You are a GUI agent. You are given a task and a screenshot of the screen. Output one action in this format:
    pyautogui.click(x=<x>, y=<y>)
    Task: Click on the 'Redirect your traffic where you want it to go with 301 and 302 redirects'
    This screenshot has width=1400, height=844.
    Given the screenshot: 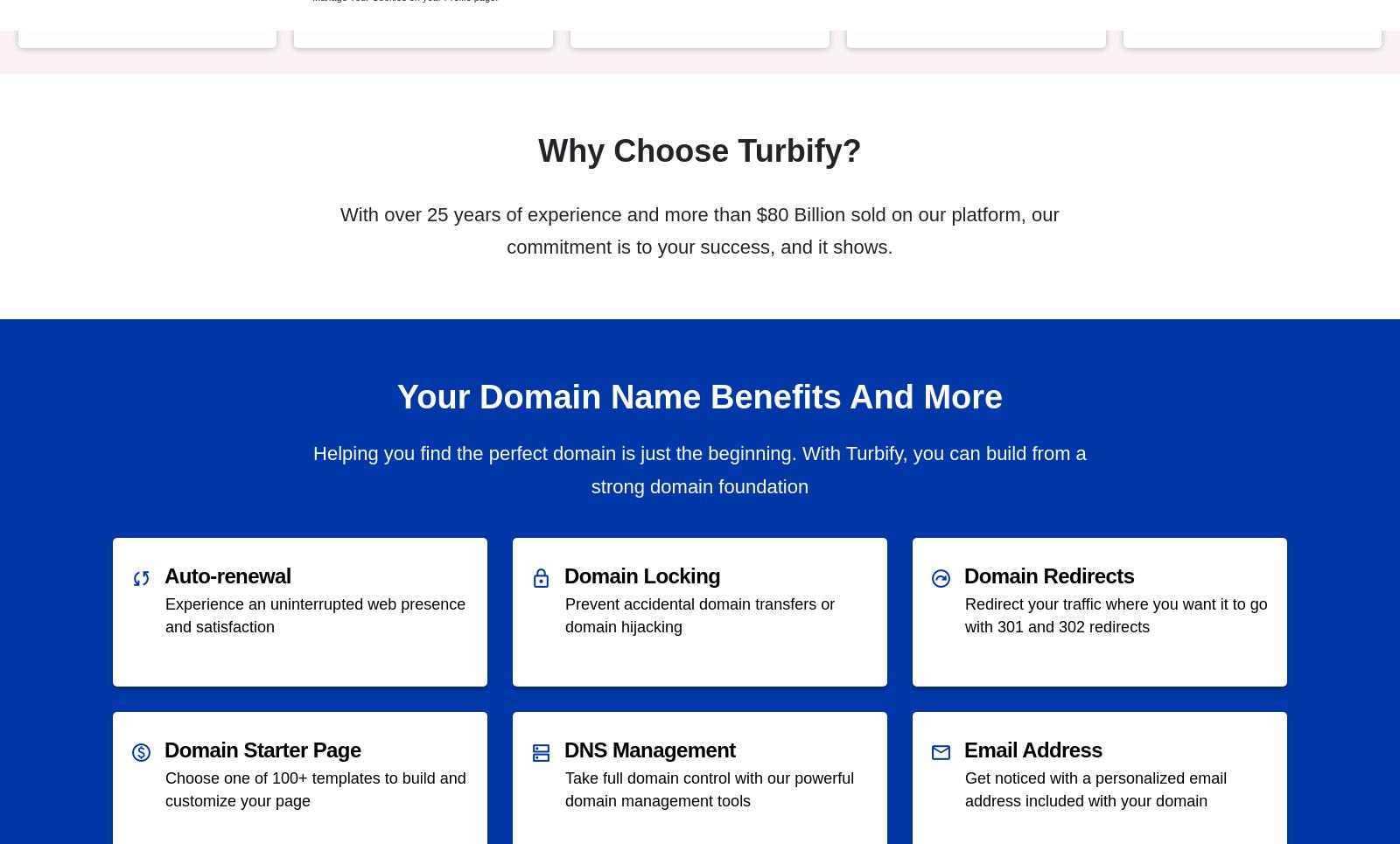 What is the action you would take?
    pyautogui.click(x=1115, y=614)
    